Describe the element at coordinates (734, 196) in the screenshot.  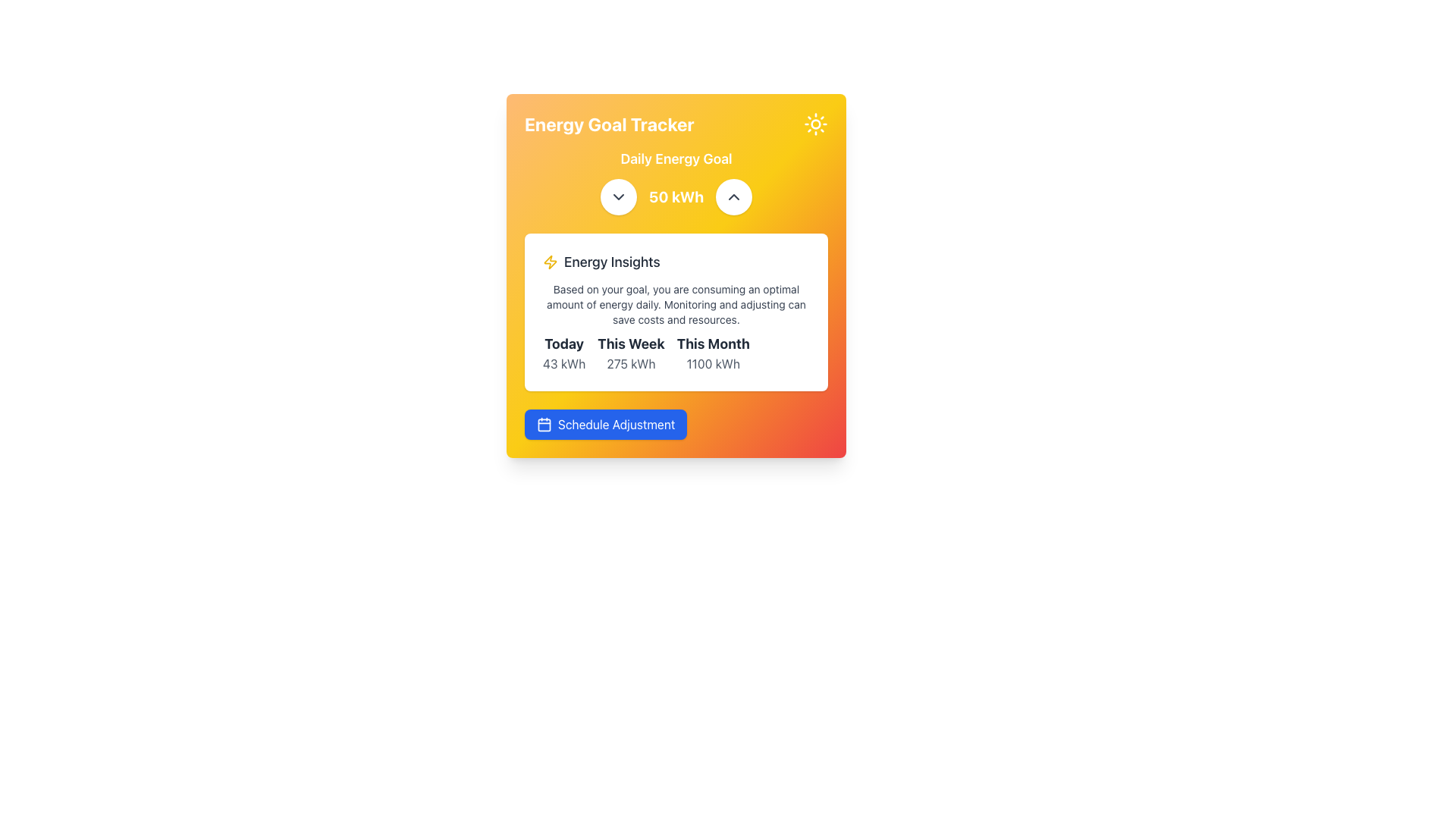
I see `the chevron icon in the upper-right corner of the 'Daily Energy Goal' section, which is positioned directly above the text '50 kWh'` at that location.